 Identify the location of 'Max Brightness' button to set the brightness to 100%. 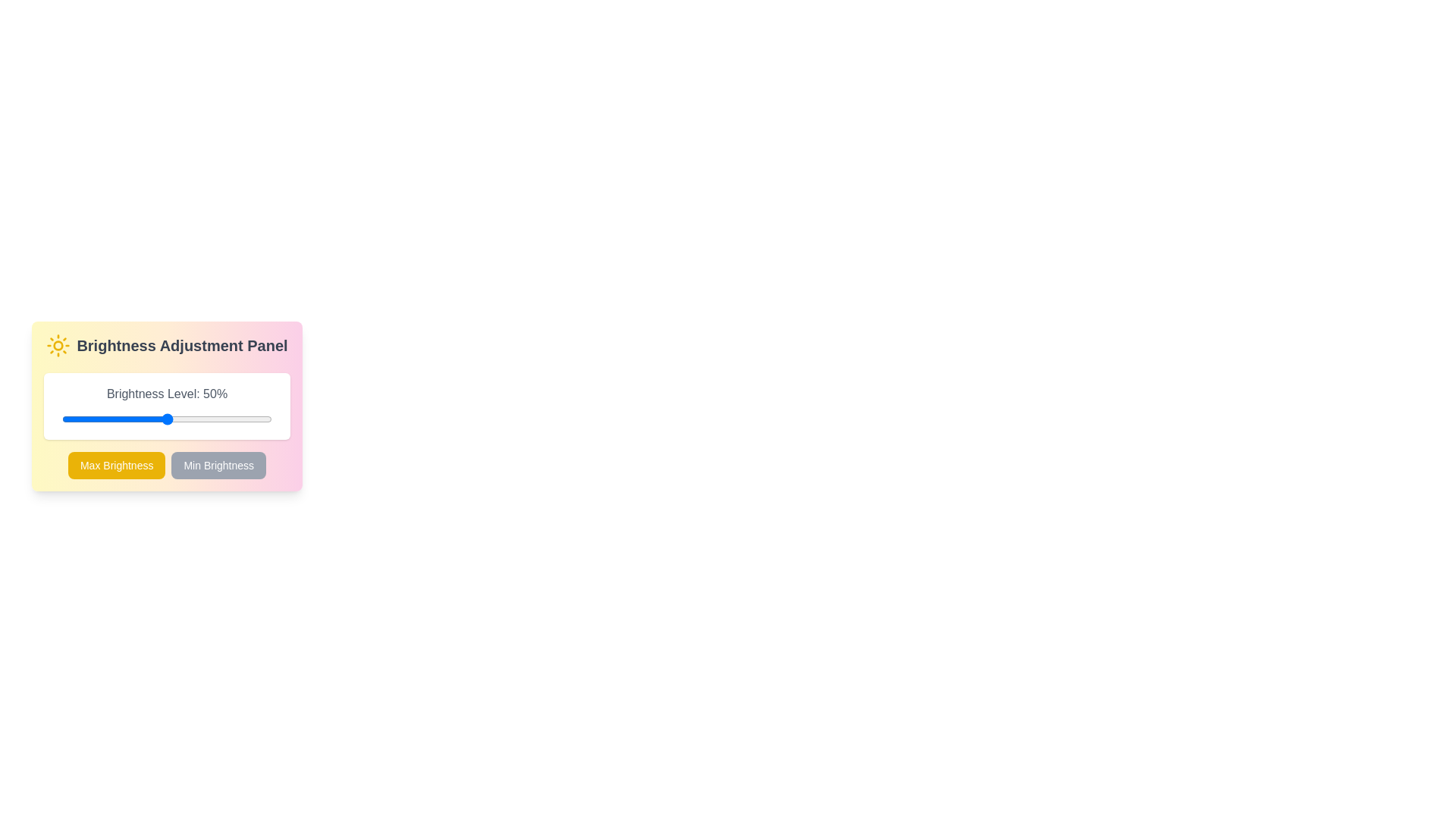
(115, 464).